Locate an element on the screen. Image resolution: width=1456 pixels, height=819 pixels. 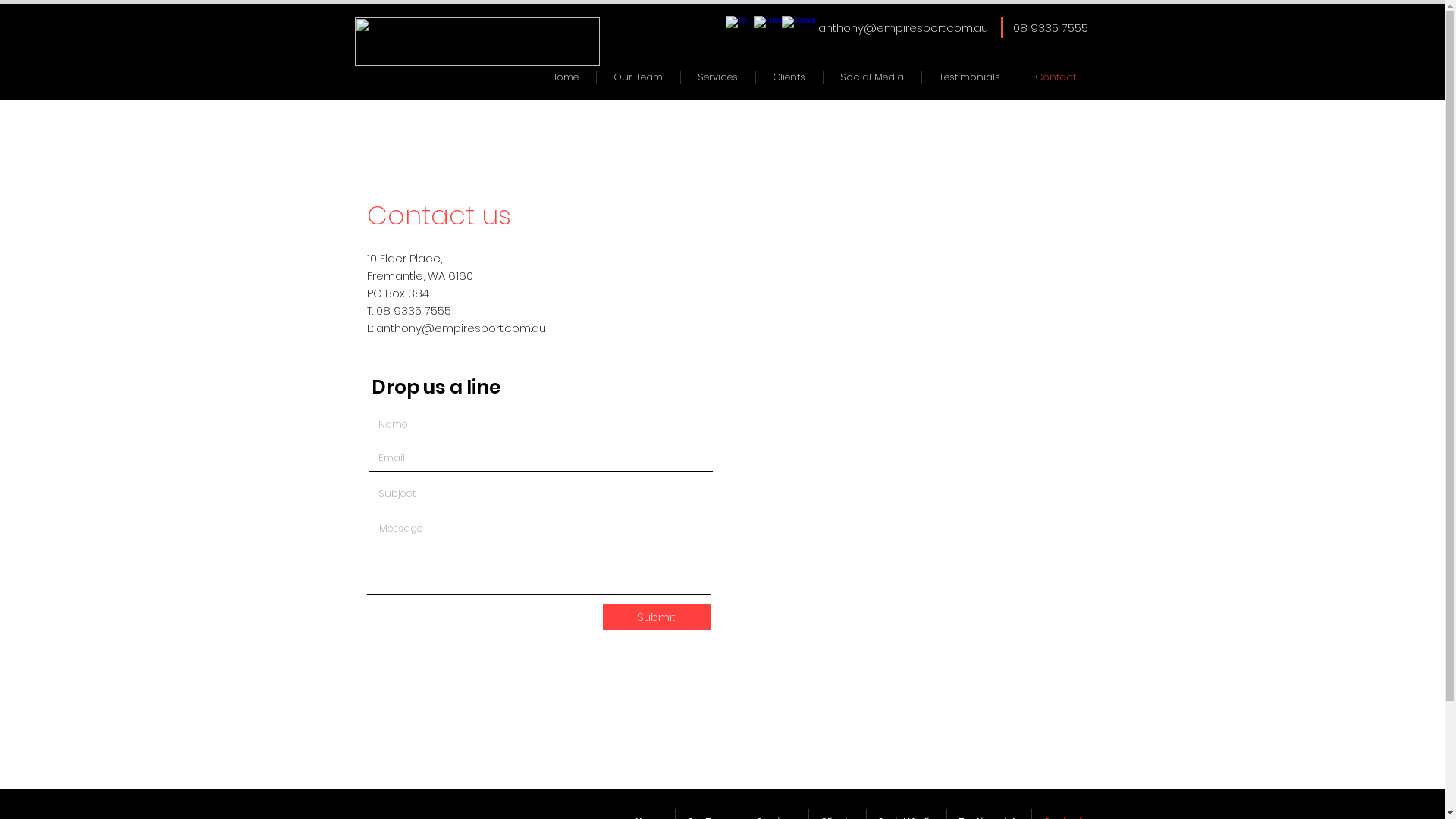
'Contact' is located at coordinates (1054, 77).